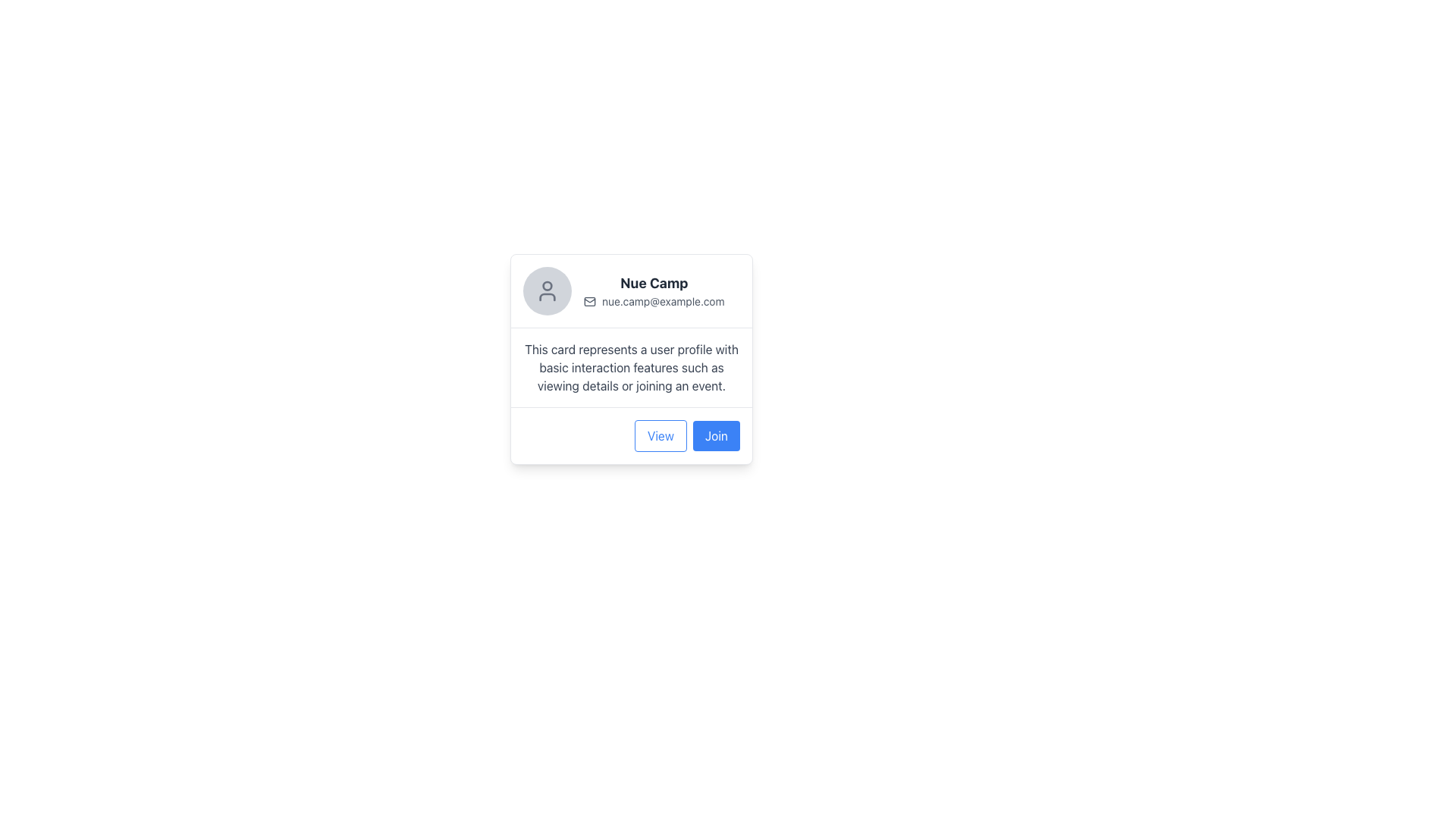 The image size is (1456, 819). Describe the element at coordinates (632, 291) in the screenshot. I see `user's name and email information displayed in the header section of the user profile card, located at the top of the profile` at that location.